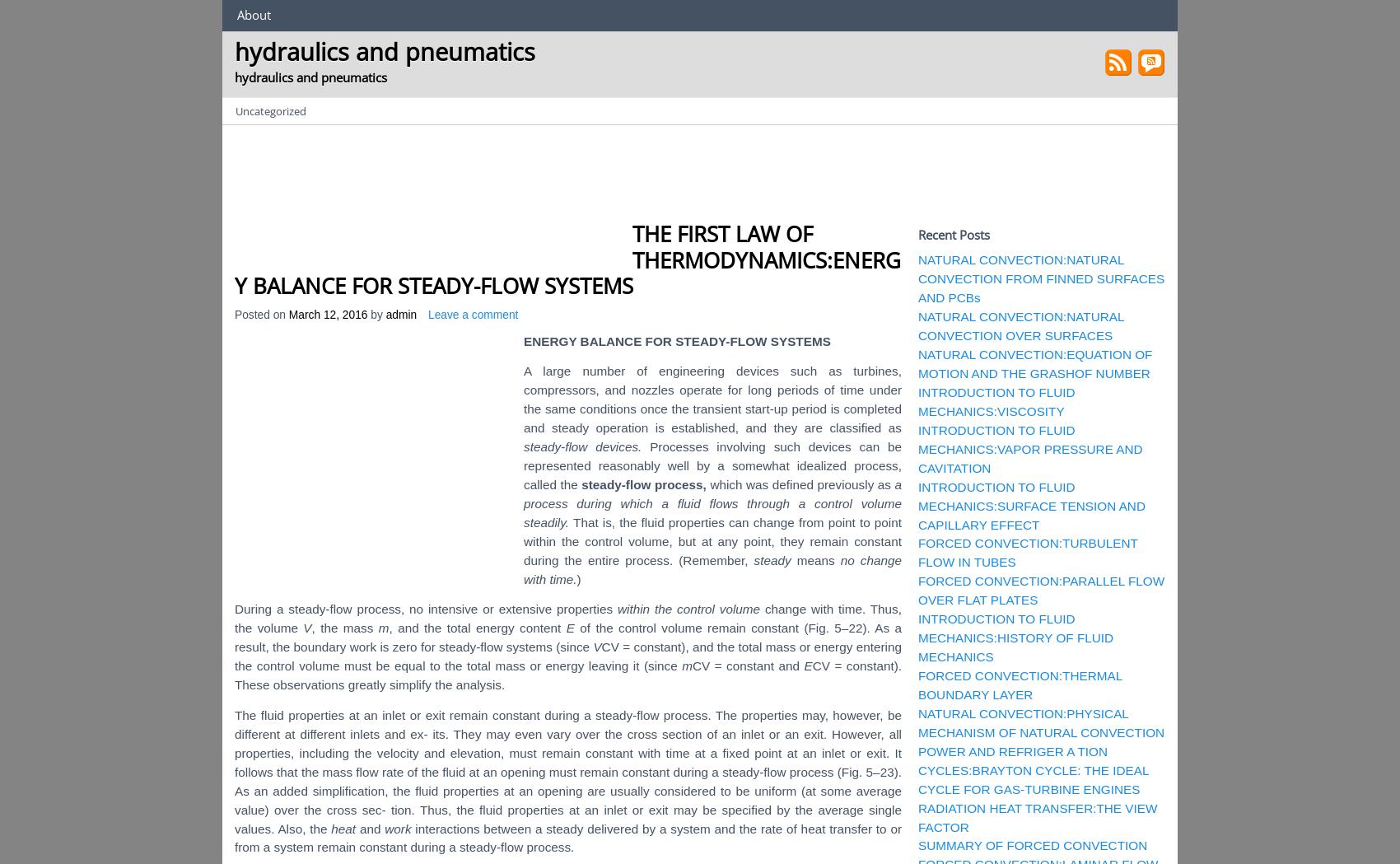  I want to click on 'INTRODUCTION TO FLUID MECHANICS:VISCOSITY', so click(996, 400).